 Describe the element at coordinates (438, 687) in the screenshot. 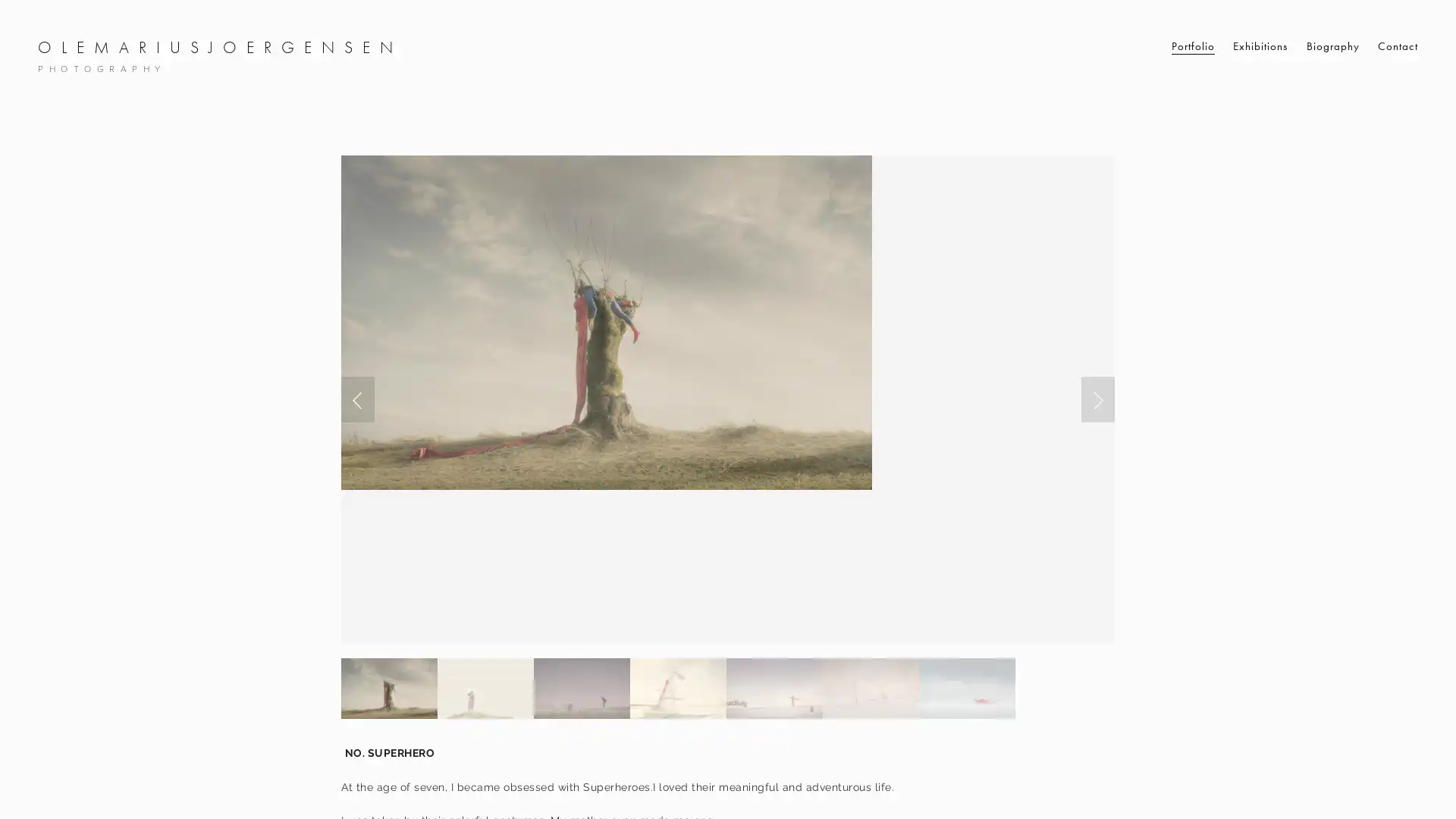

I see `Slide 1` at that location.